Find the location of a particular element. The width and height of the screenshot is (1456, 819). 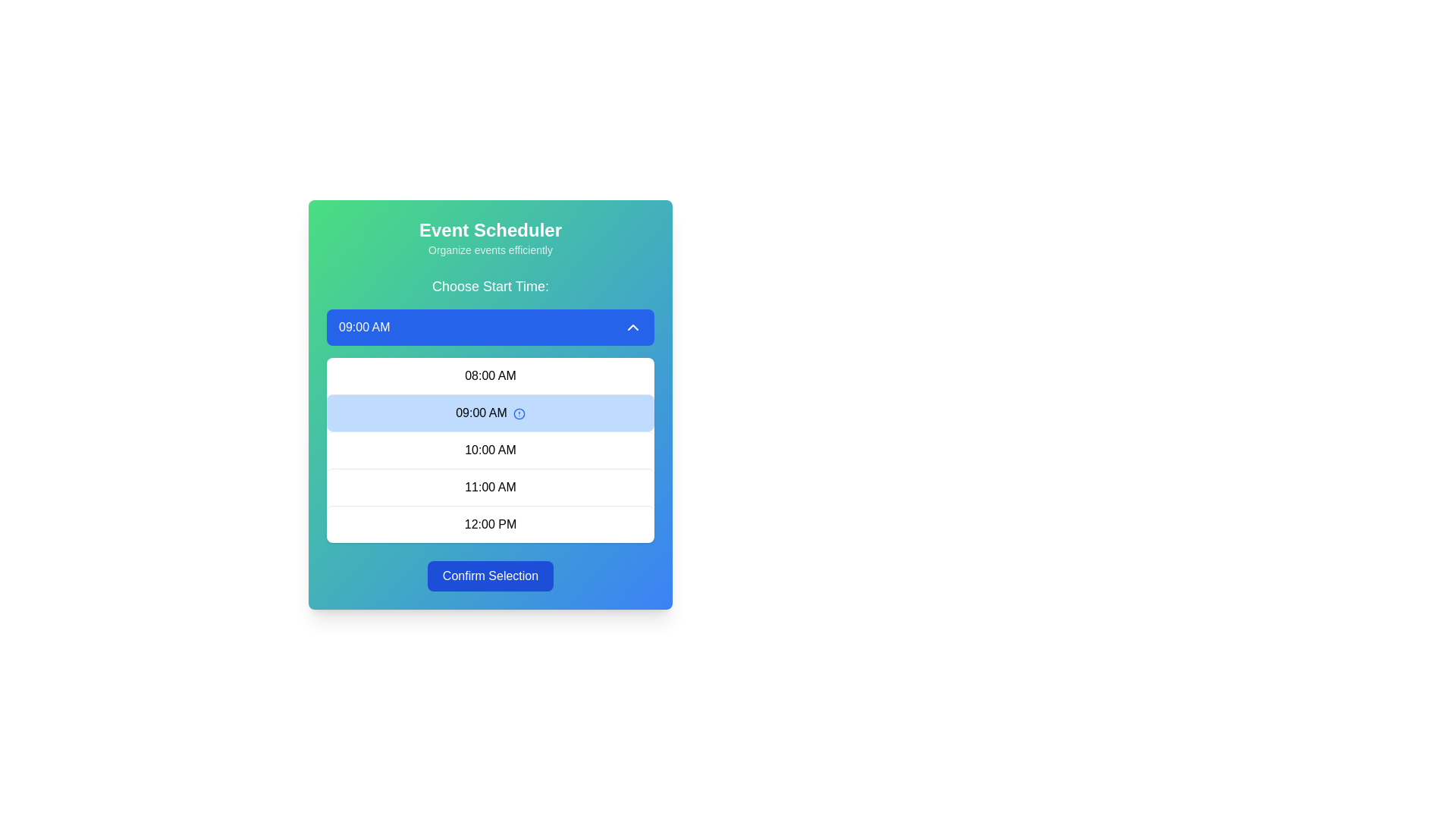

the time option in the Dropdown menu located in the 'Event Scheduler' section, directly below the heading 'Choose Start Time:' is located at coordinates (491, 409).